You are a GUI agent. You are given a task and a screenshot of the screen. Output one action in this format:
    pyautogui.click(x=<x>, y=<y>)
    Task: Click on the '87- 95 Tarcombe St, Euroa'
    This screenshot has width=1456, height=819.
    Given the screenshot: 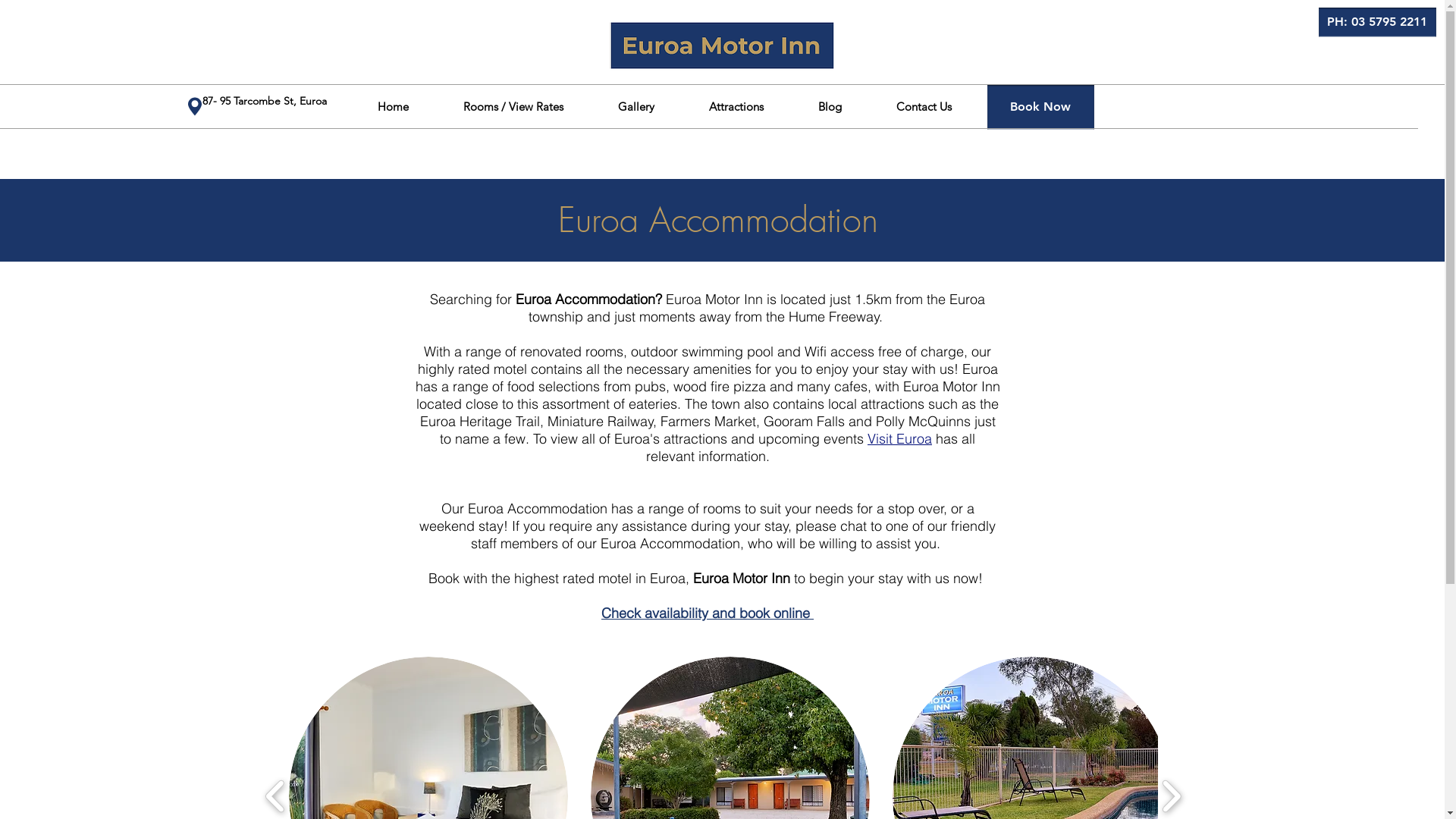 What is the action you would take?
    pyautogui.click(x=265, y=100)
    